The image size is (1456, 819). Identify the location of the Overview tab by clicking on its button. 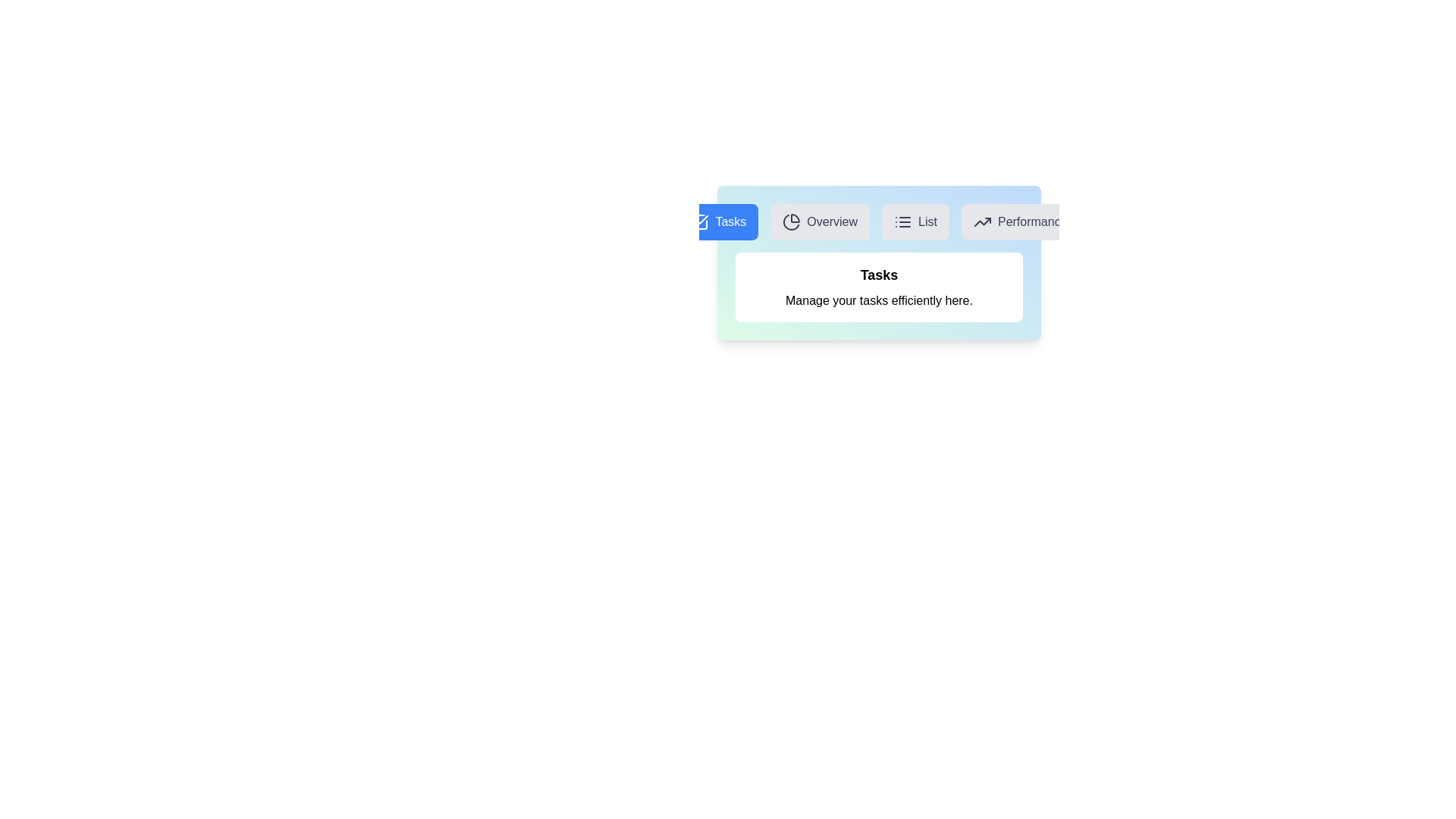
(819, 222).